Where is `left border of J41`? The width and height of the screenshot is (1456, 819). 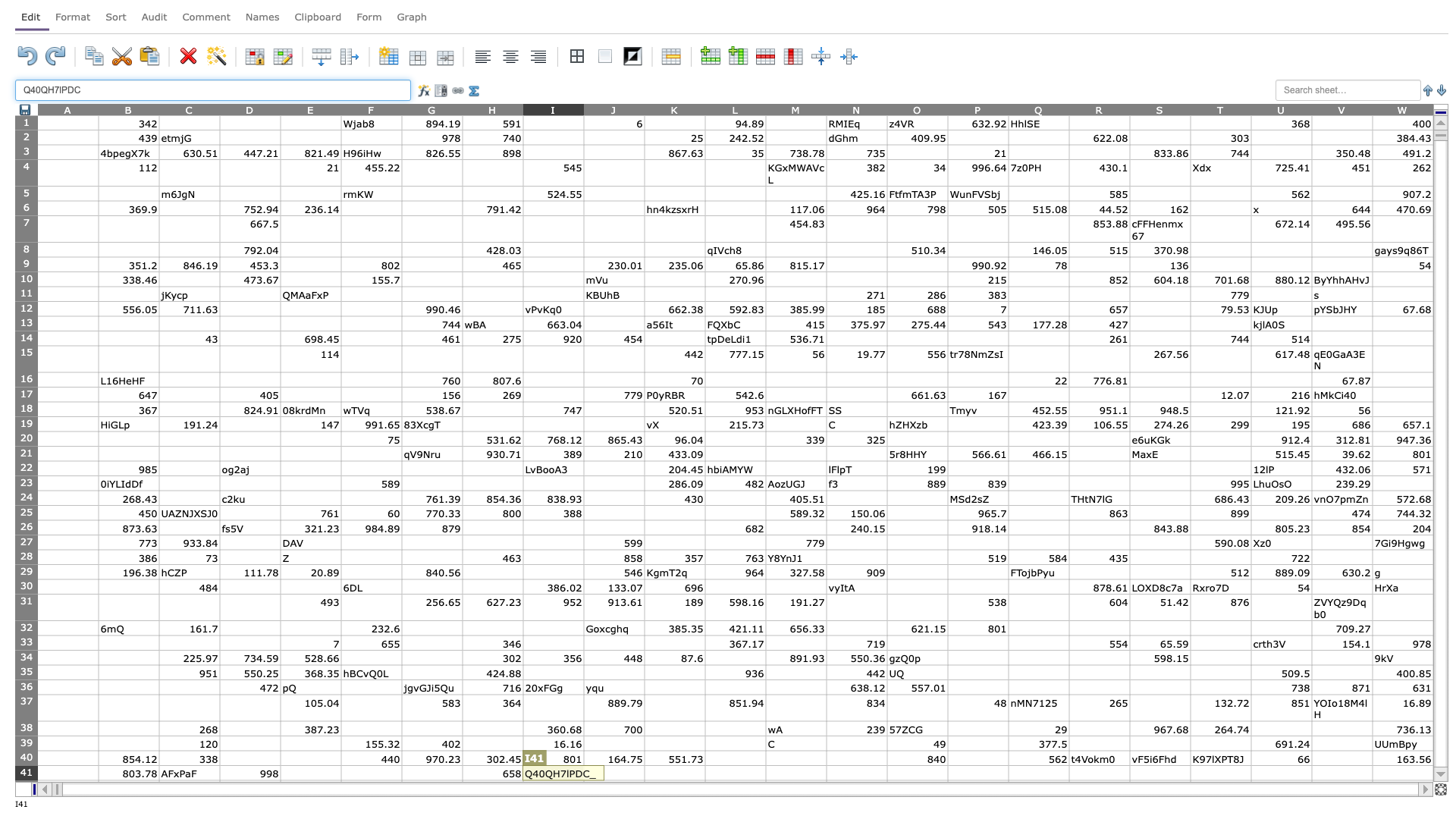 left border of J41 is located at coordinates (582, 773).